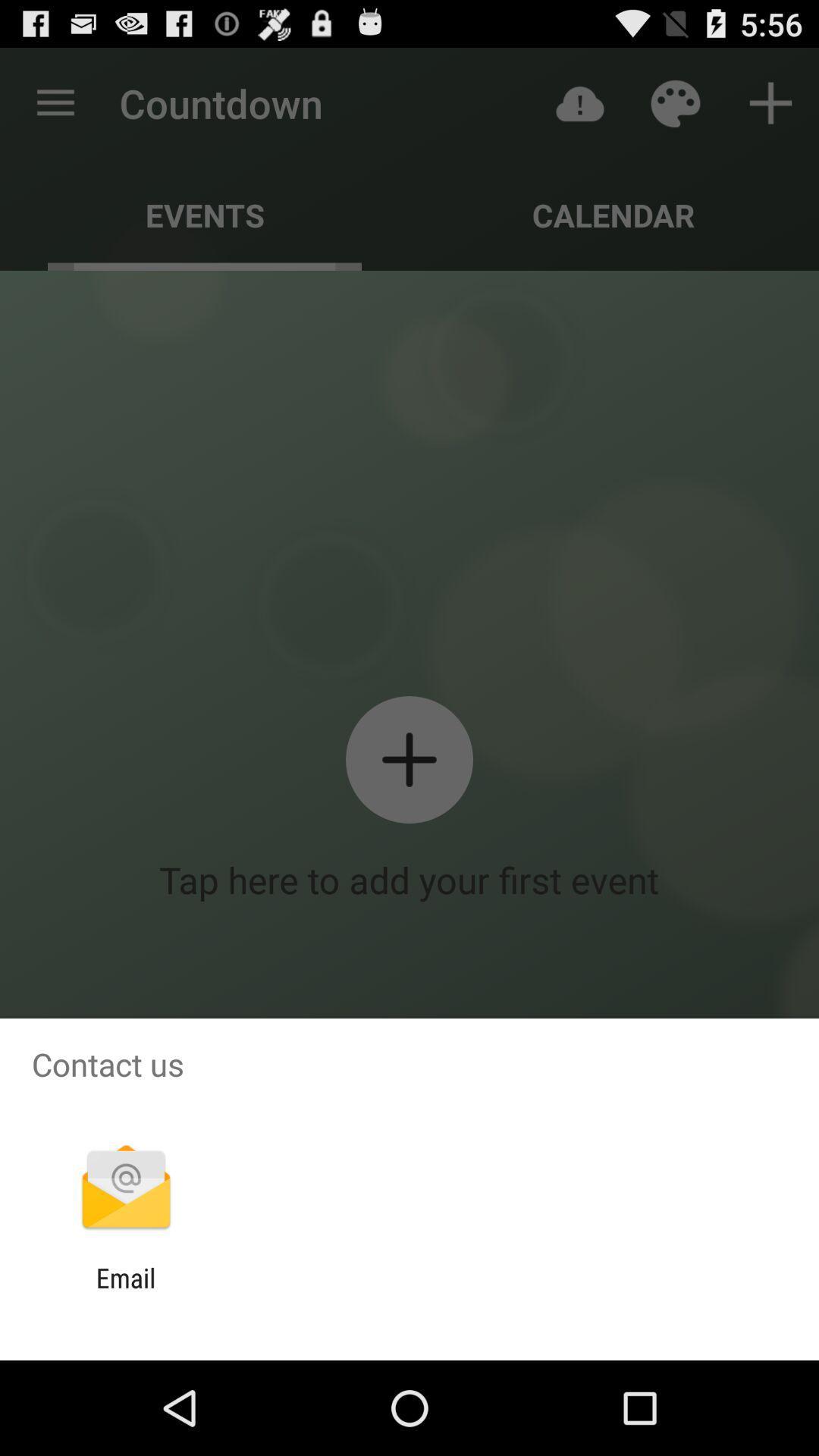 This screenshot has height=1456, width=819. What do you see at coordinates (125, 1188) in the screenshot?
I see `item above the email item` at bounding box center [125, 1188].